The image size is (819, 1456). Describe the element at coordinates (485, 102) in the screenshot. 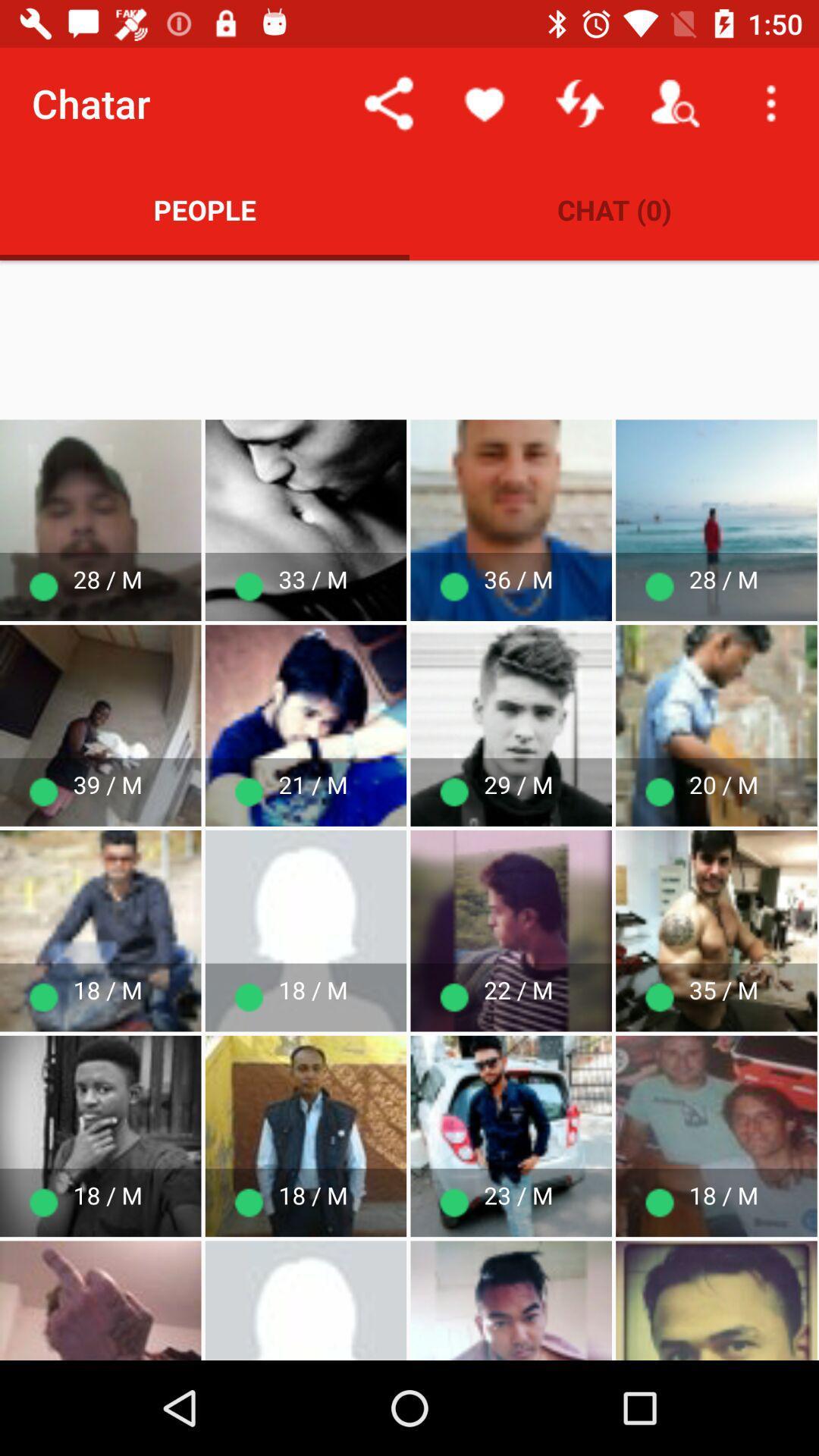

I see `icon above the chat (0) app` at that location.